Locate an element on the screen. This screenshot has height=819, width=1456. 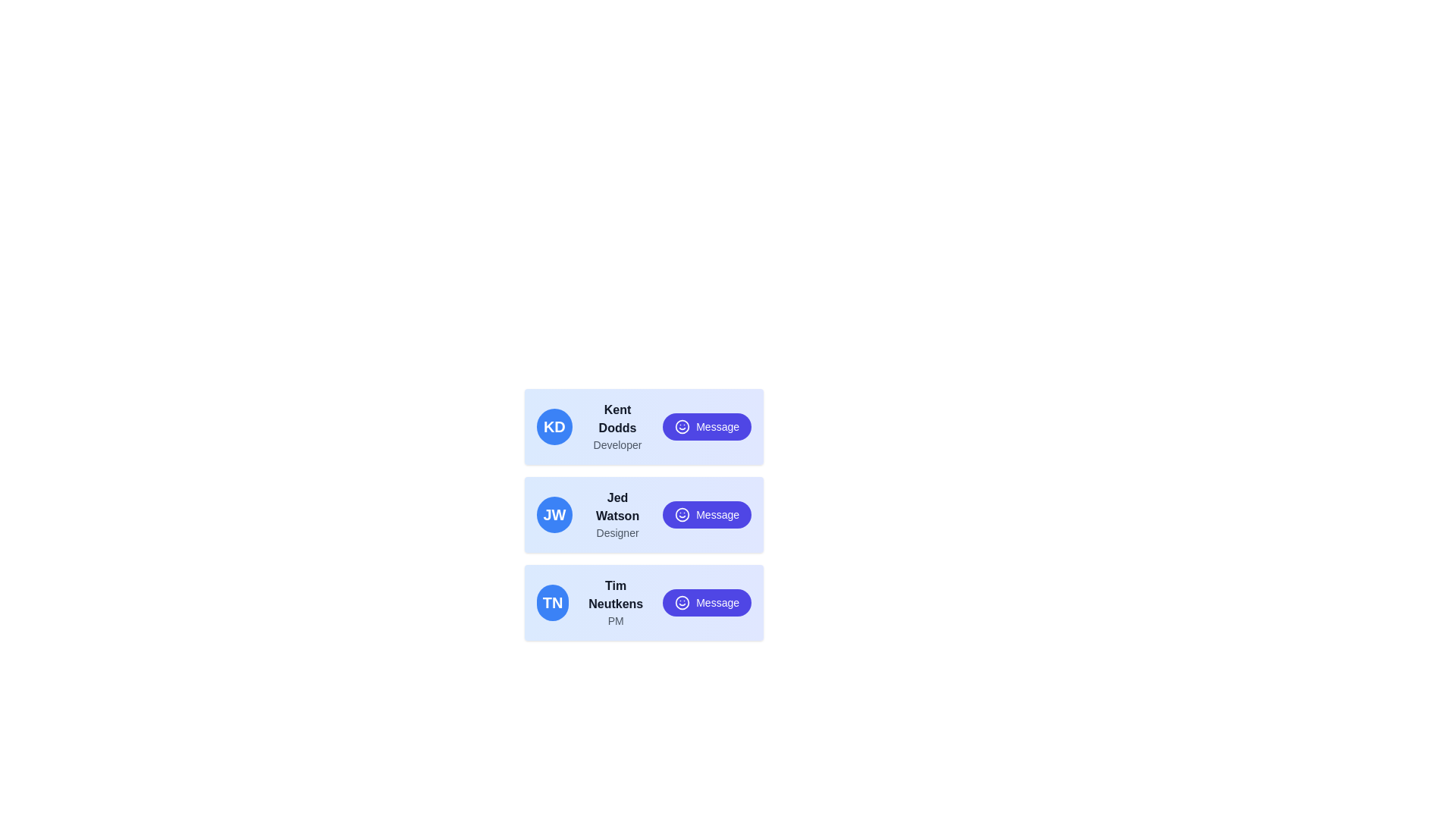
the second profile row in the scrollable card that displays user information and includes an action button for sending a message is located at coordinates (644, 504).